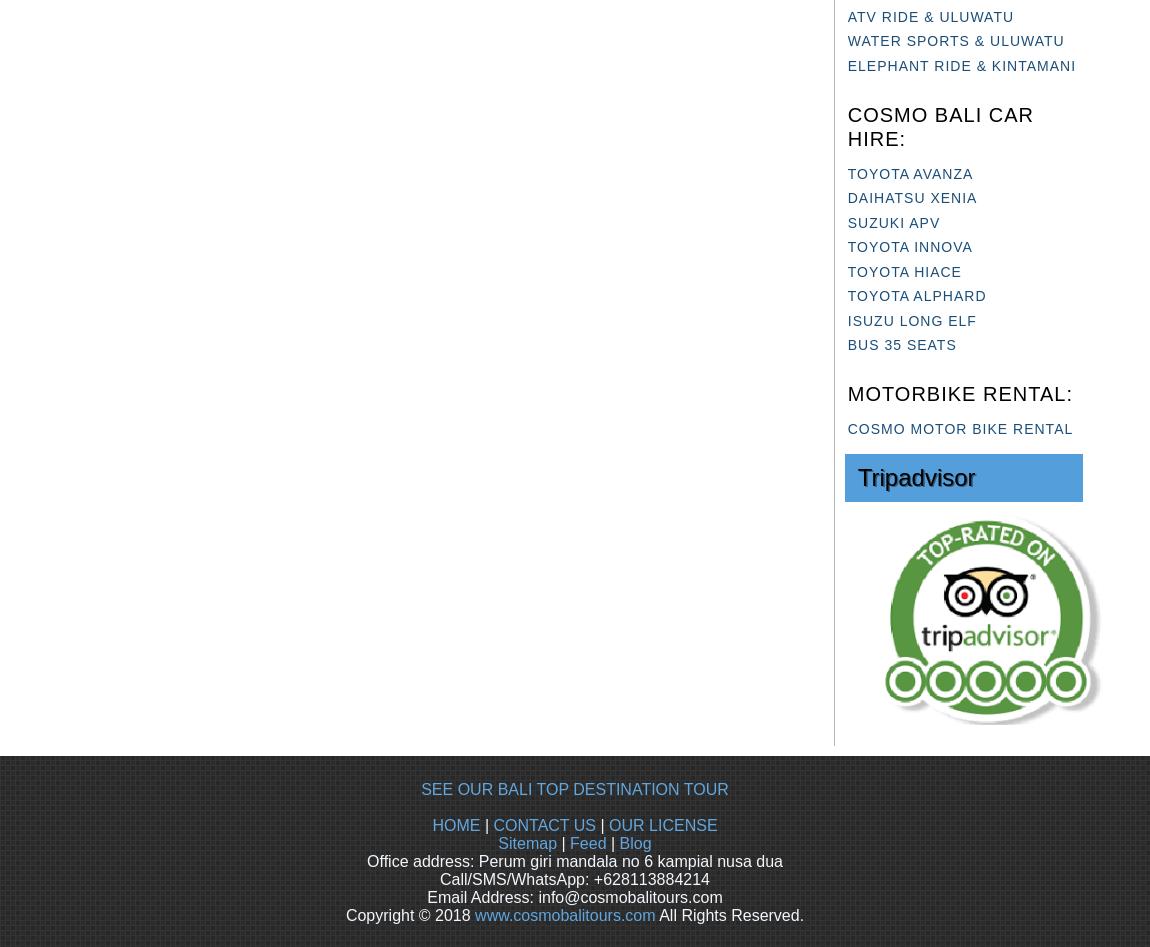  Describe the element at coordinates (634, 842) in the screenshot. I see `'Blog'` at that location.